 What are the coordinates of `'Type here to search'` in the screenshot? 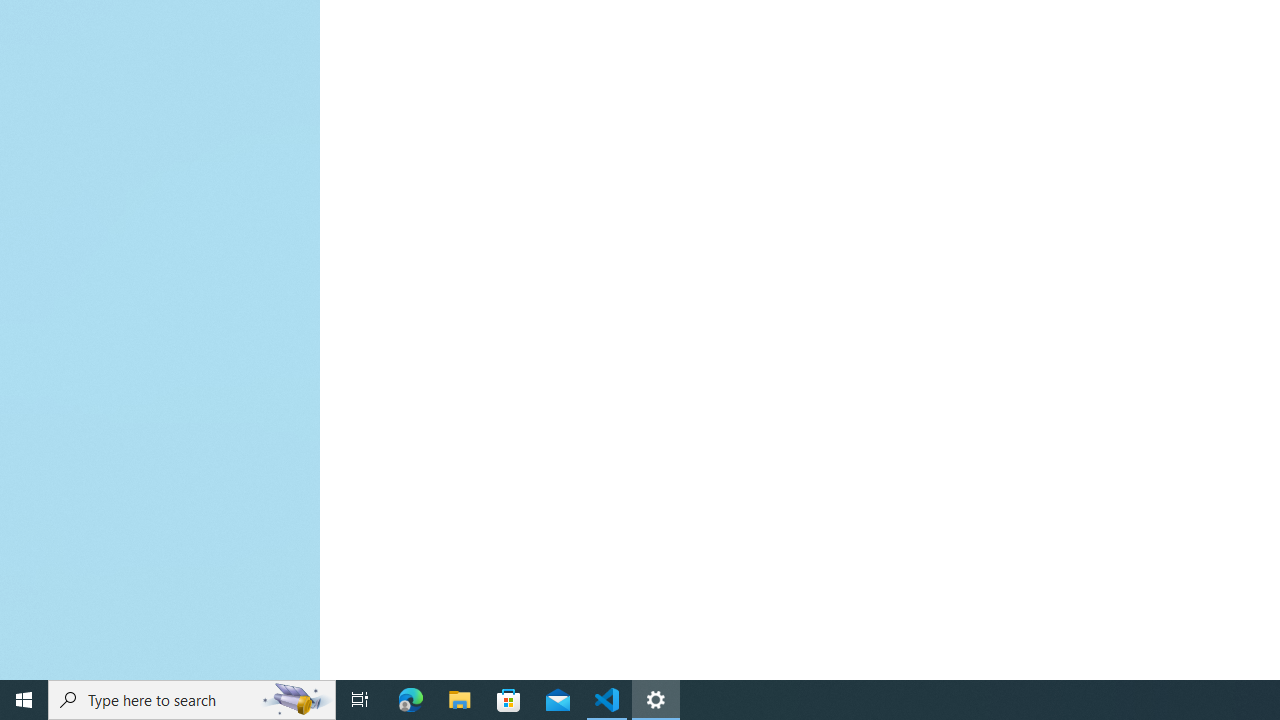 It's located at (192, 698).